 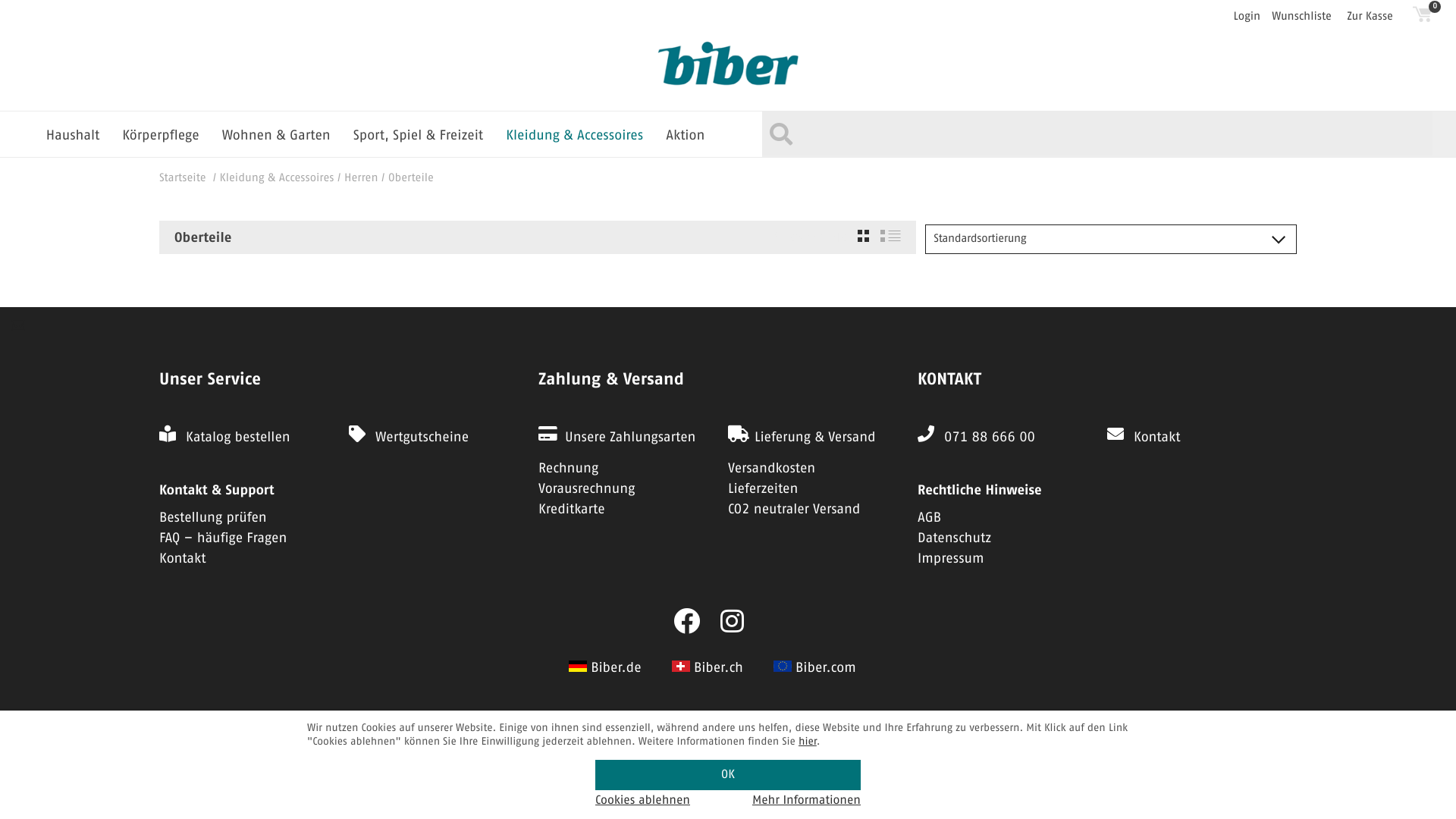 I want to click on 'Herren', so click(x=360, y=177).